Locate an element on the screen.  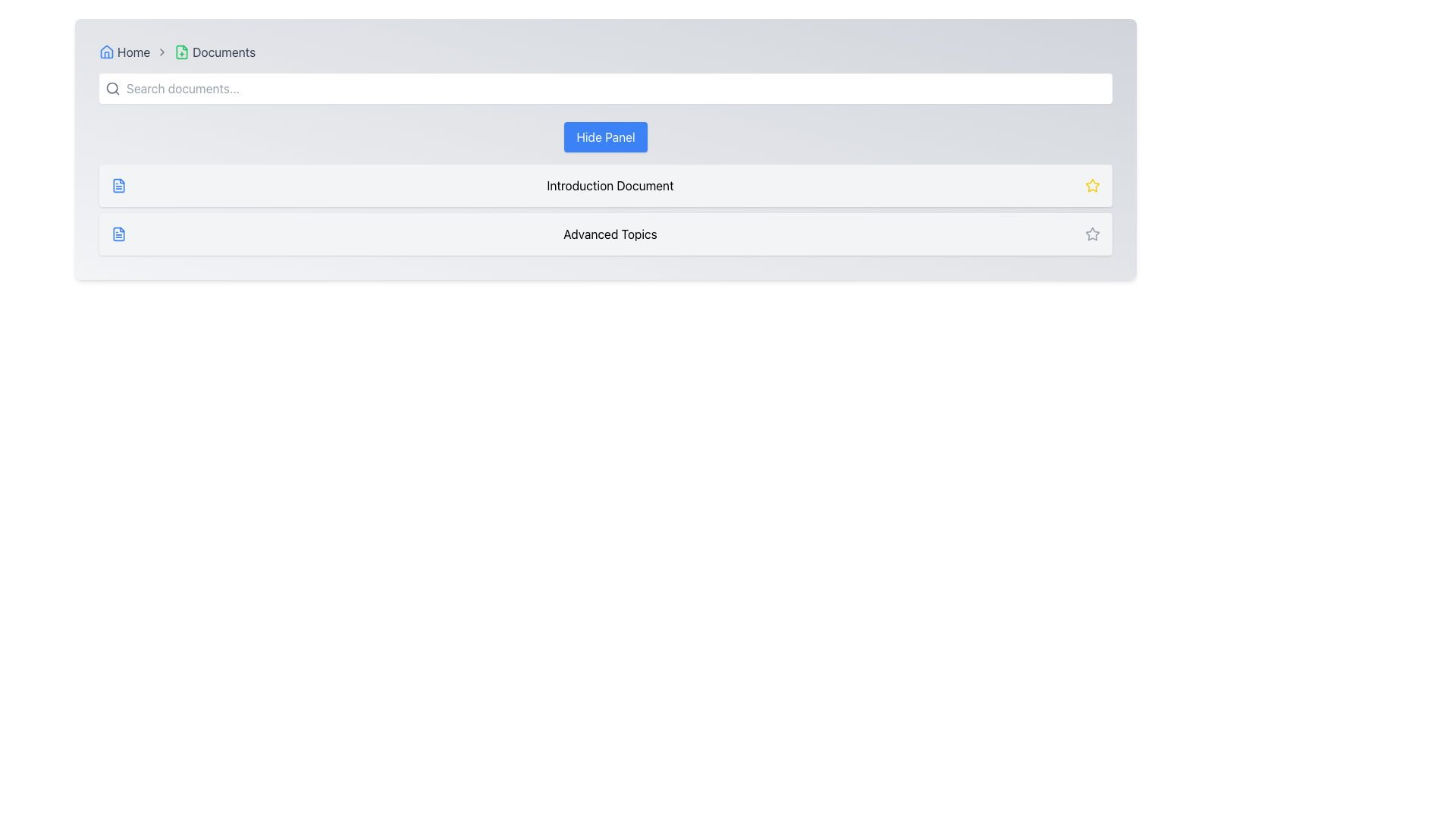
the green document icon in the breadcrumb navigation bar next to the text 'Documents' is located at coordinates (182, 52).